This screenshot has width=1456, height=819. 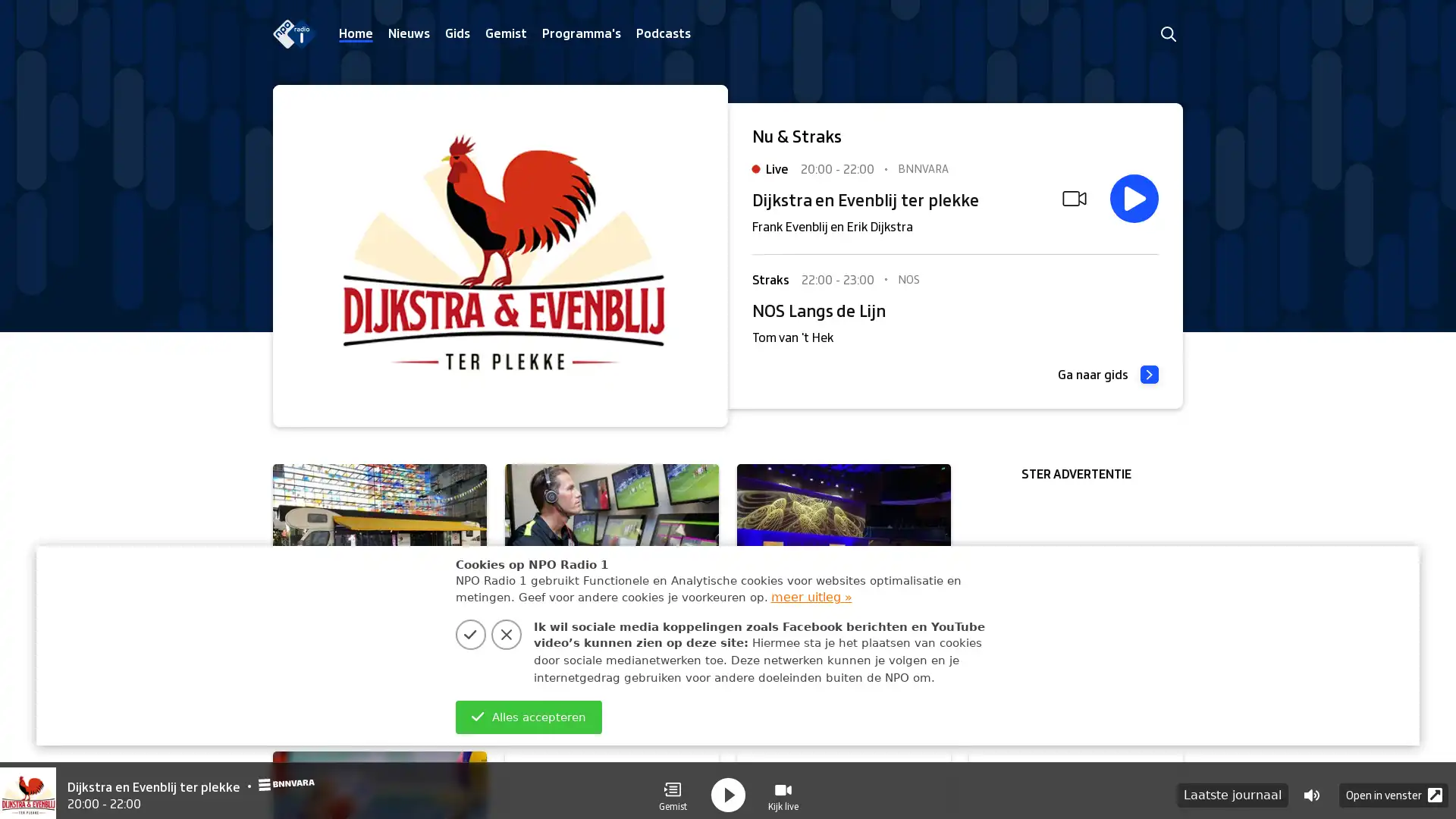 I want to click on zoeken, so click(x=1167, y=33).